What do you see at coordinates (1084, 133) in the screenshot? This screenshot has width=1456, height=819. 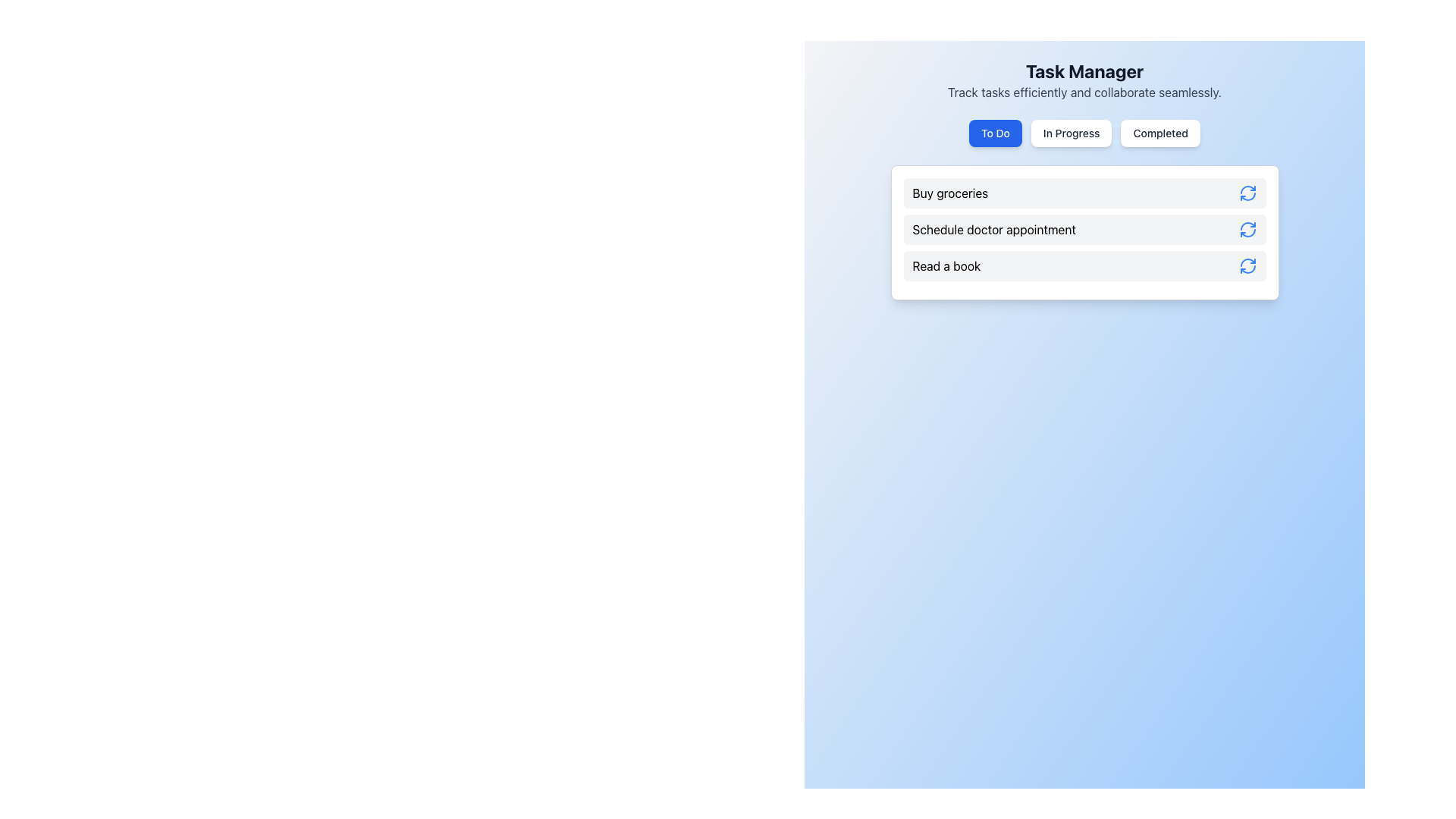 I see `the 'In Progress' button in the task category button group located below the 'Task Manager' title` at bounding box center [1084, 133].